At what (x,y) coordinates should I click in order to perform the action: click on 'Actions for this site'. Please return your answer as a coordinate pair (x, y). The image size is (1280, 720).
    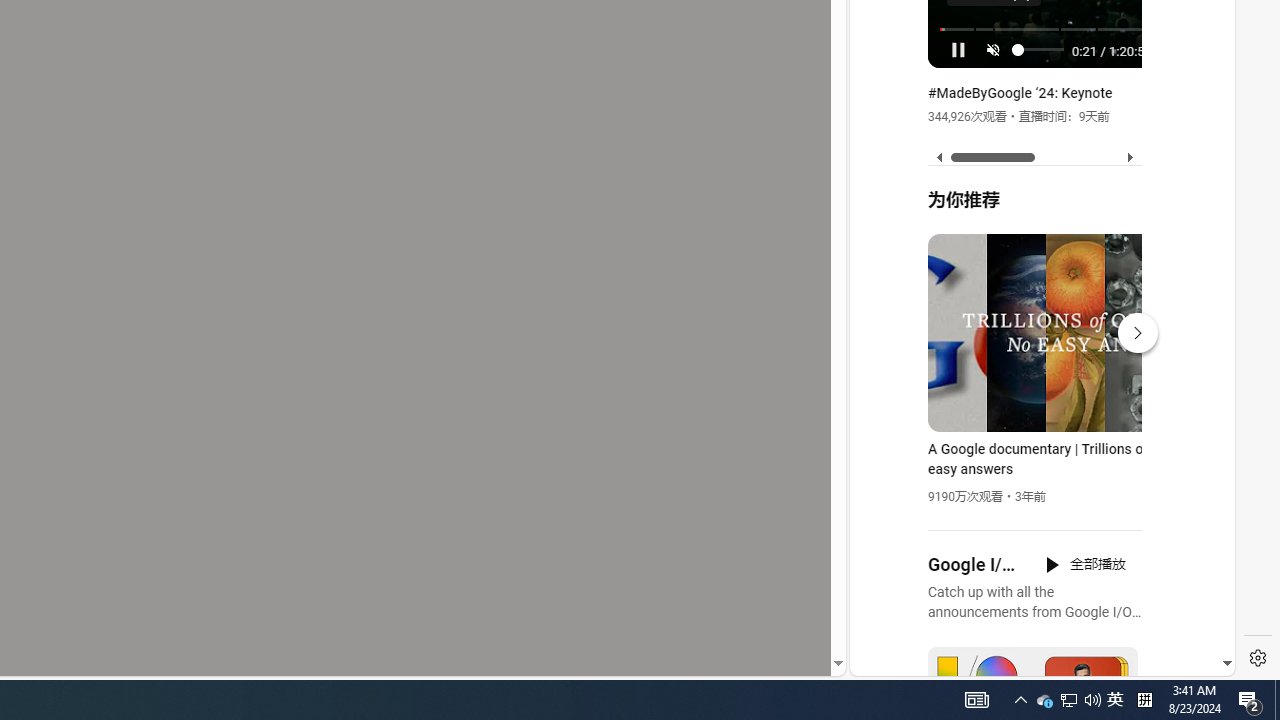
    Looking at the image, I should click on (1131, 442).